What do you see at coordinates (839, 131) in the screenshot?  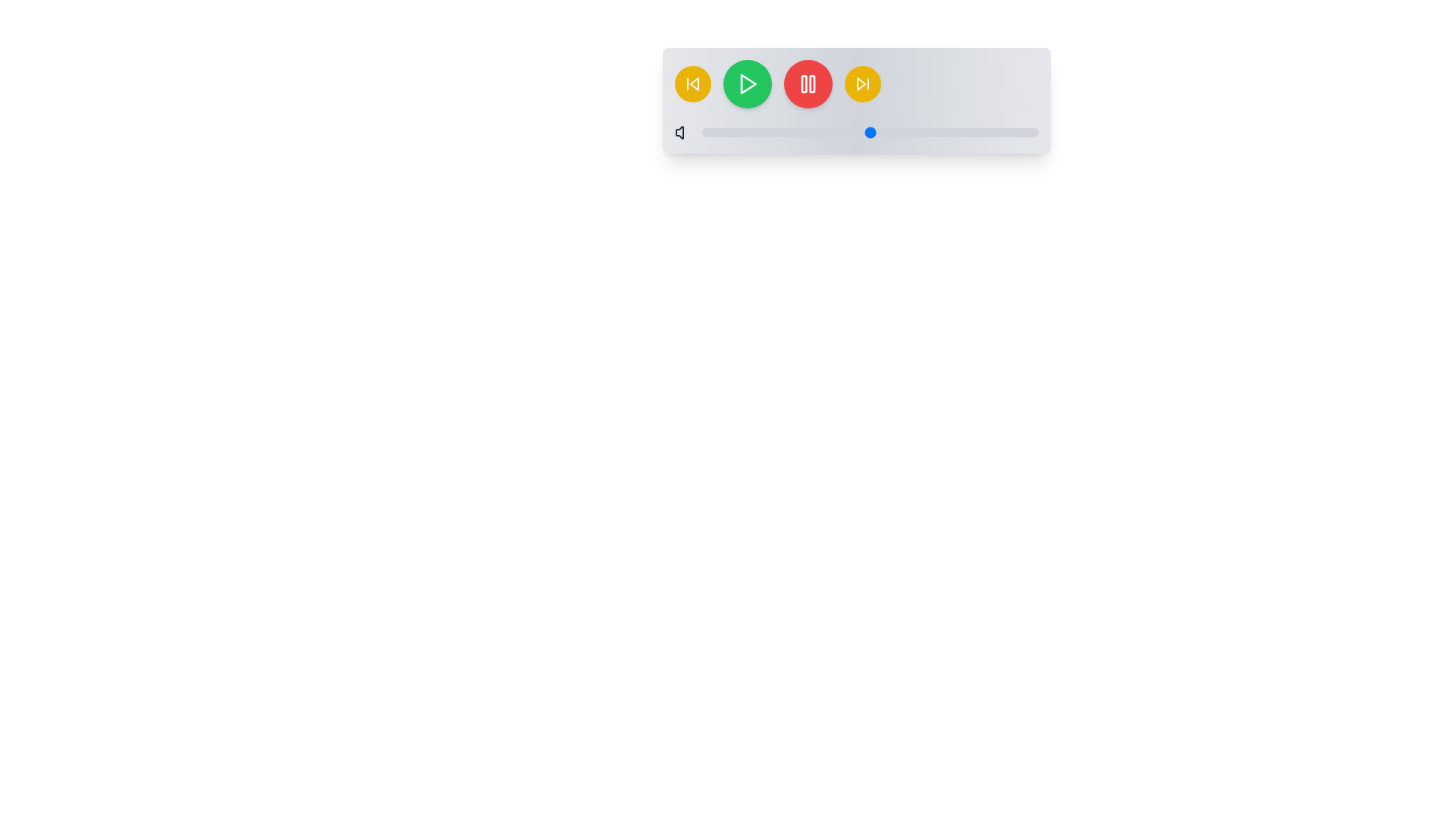 I see `the slider` at bounding box center [839, 131].